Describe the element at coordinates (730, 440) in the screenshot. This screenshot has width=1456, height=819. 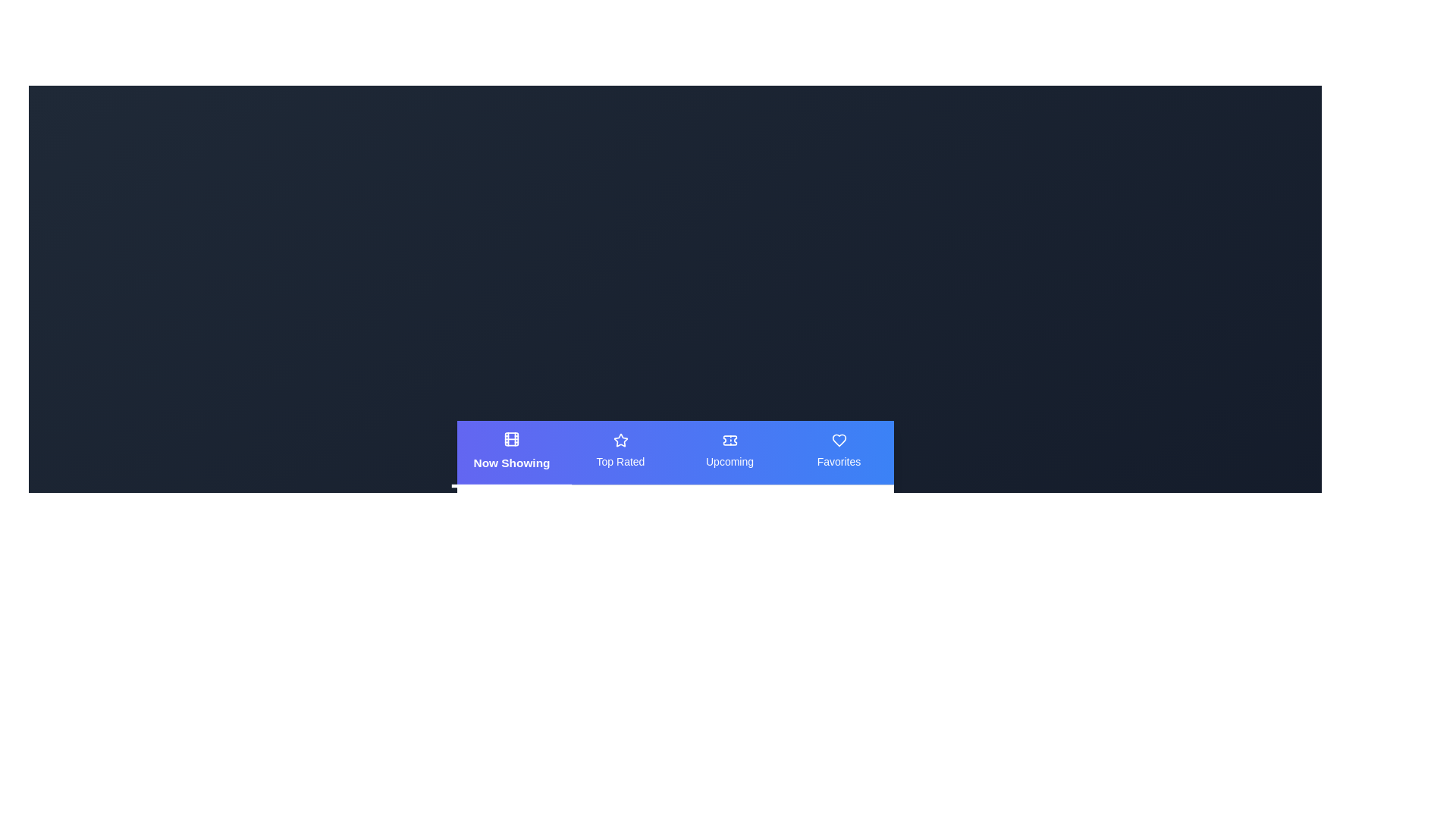
I see `the 'Upcoming' section icon in the bottom navigation bar` at that location.